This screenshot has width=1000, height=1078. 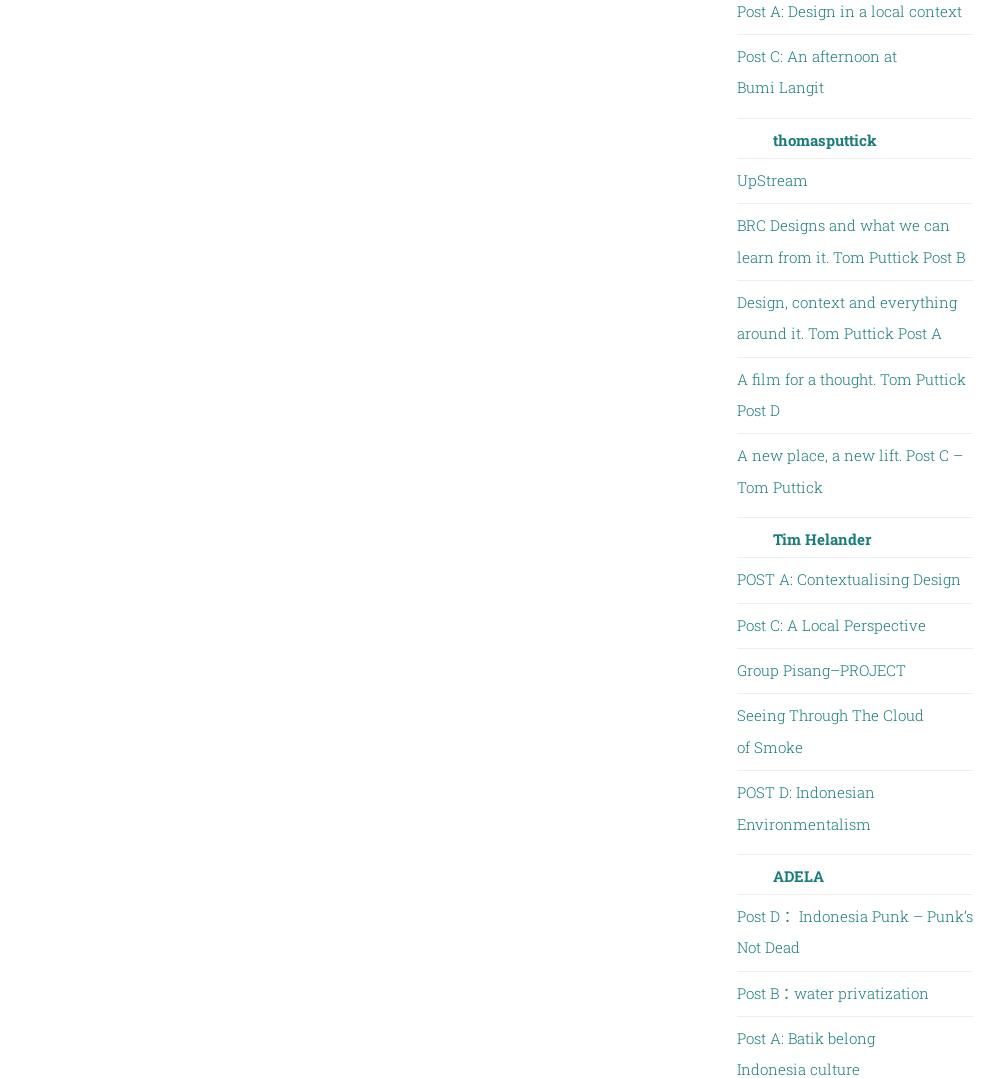 I want to click on 'Post B：water privatization', so click(x=735, y=991).